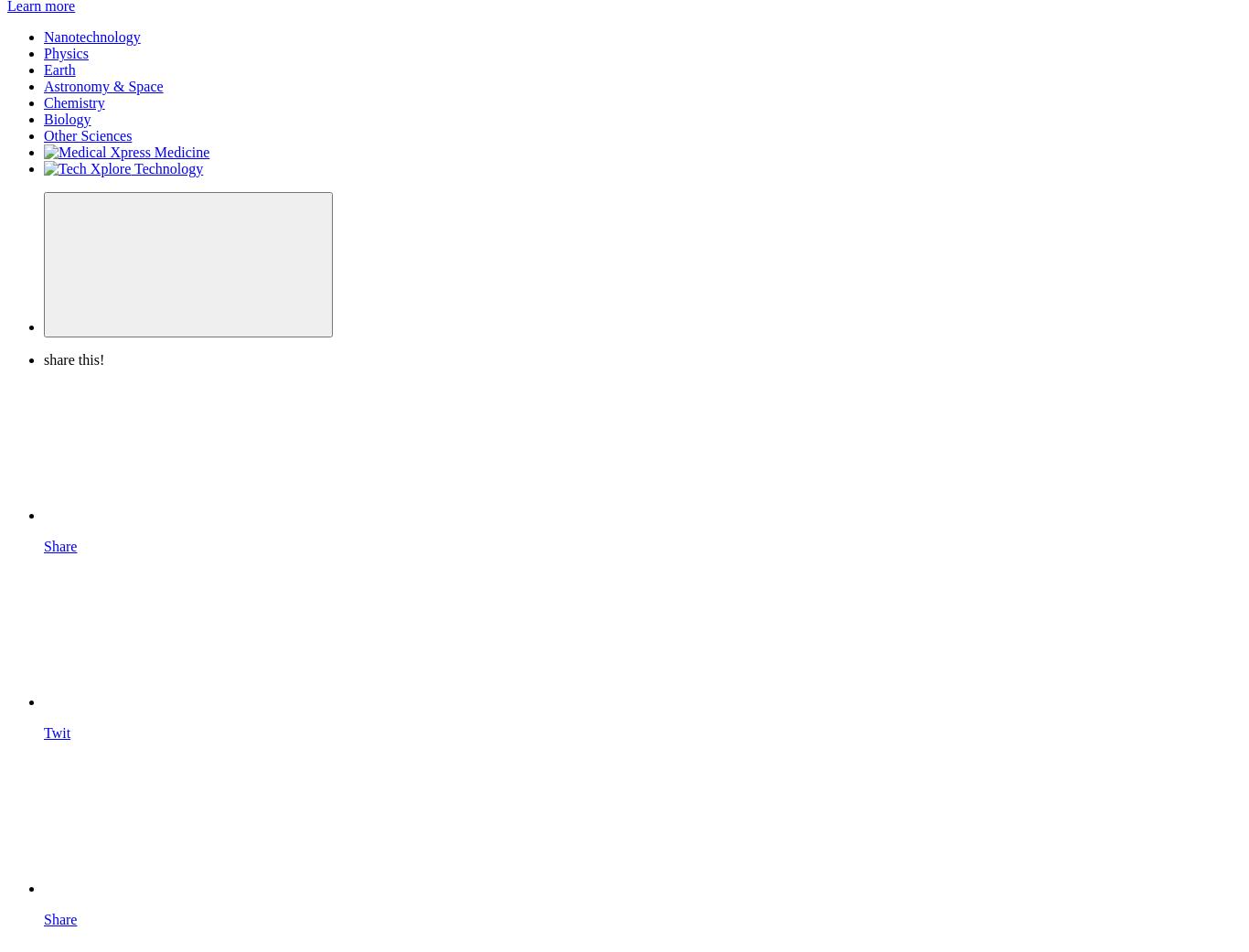 The height and width of the screenshot is (952, 1249). Describe the element at coordinates (57, 733) in the screenshot. I see `'Twit'` at that location.